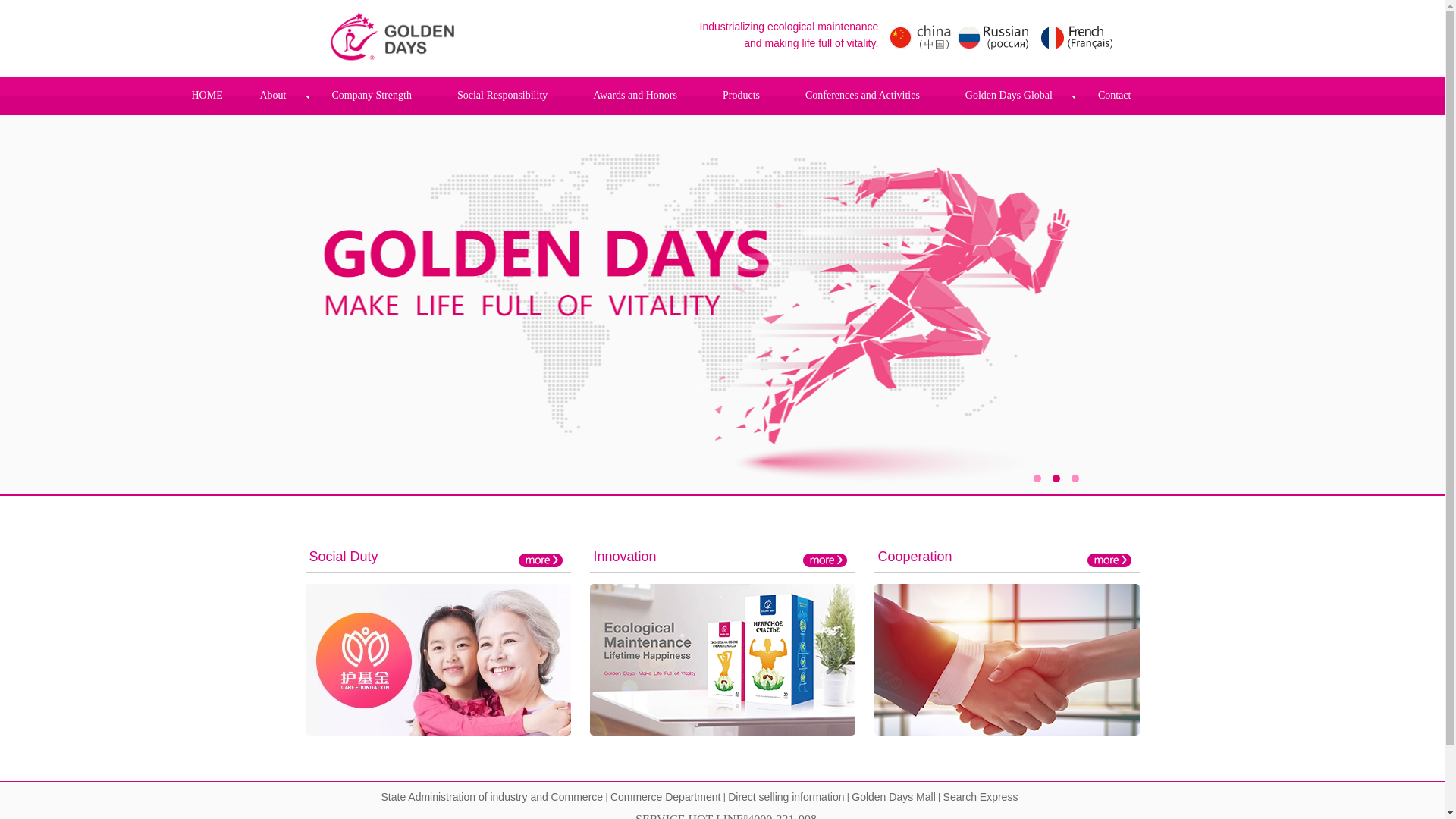  I want to click on 'Company Strength', so click(372, 96).